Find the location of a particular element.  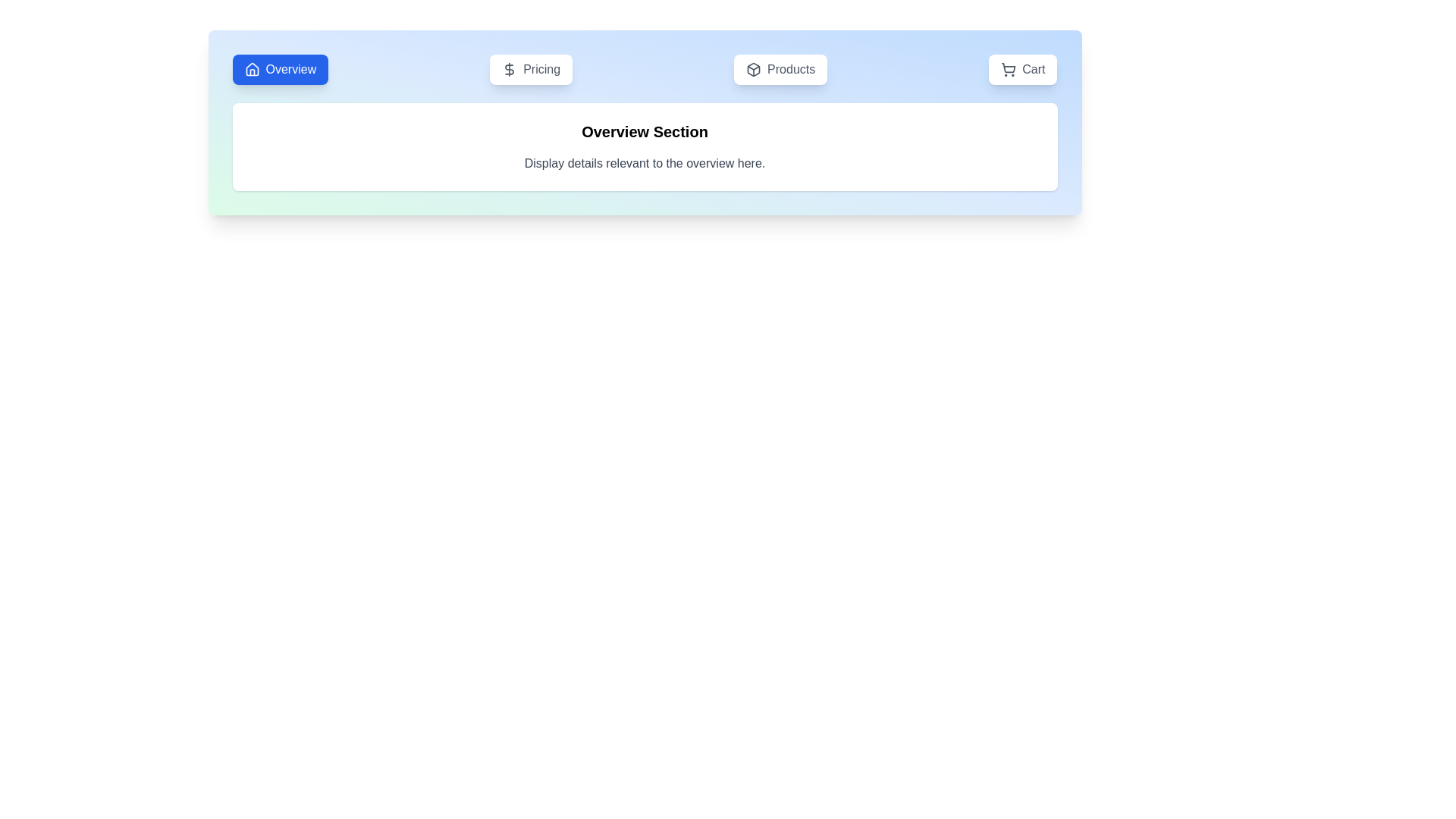

the button labeled Products is located at coordinates (780, 70).